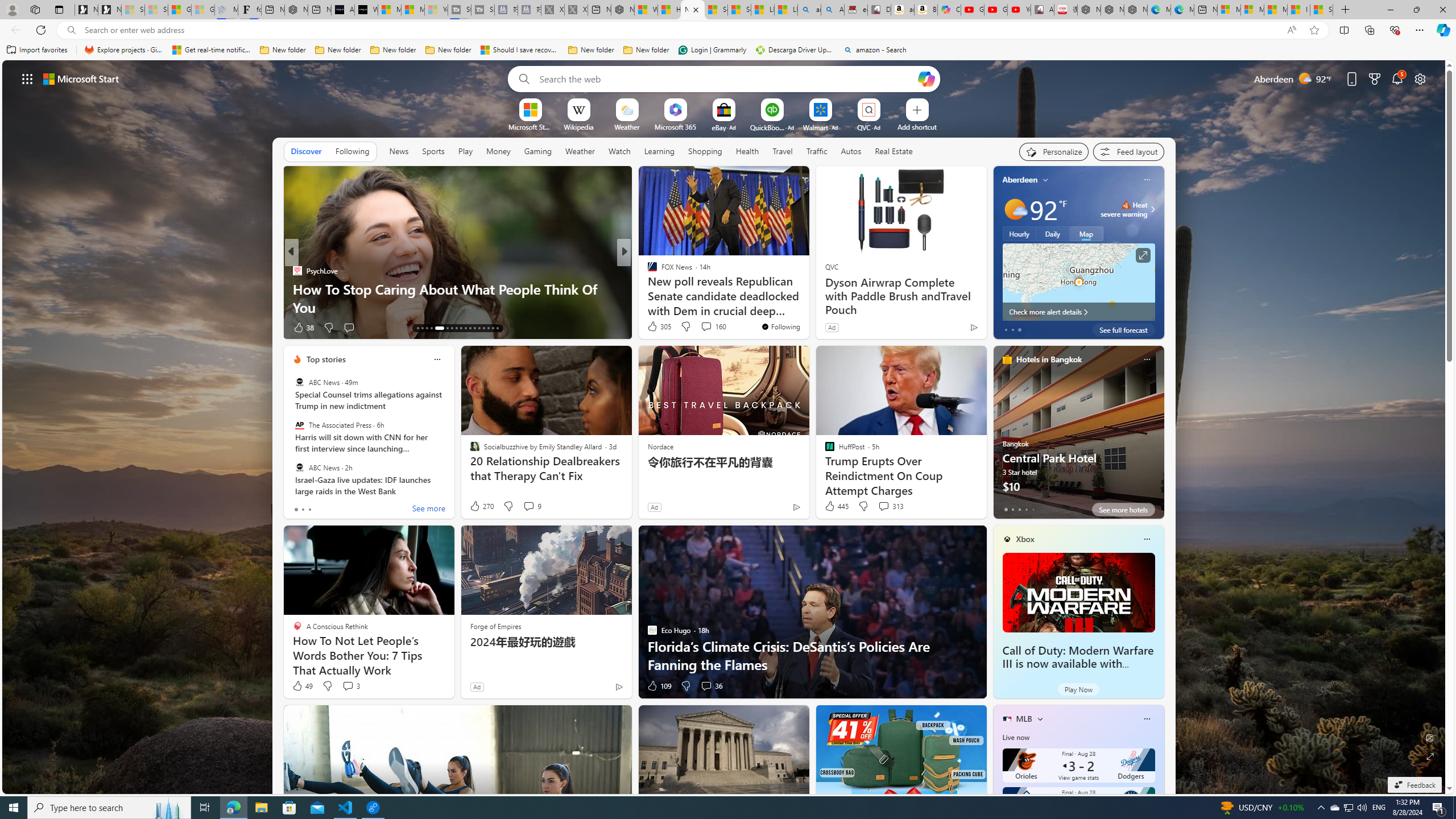 This screenshot has width=1456, height=819. What do you see at coordinates (835, 505) in the screenshot?
I see `'445 Like'` at bounding box center [835, 505].